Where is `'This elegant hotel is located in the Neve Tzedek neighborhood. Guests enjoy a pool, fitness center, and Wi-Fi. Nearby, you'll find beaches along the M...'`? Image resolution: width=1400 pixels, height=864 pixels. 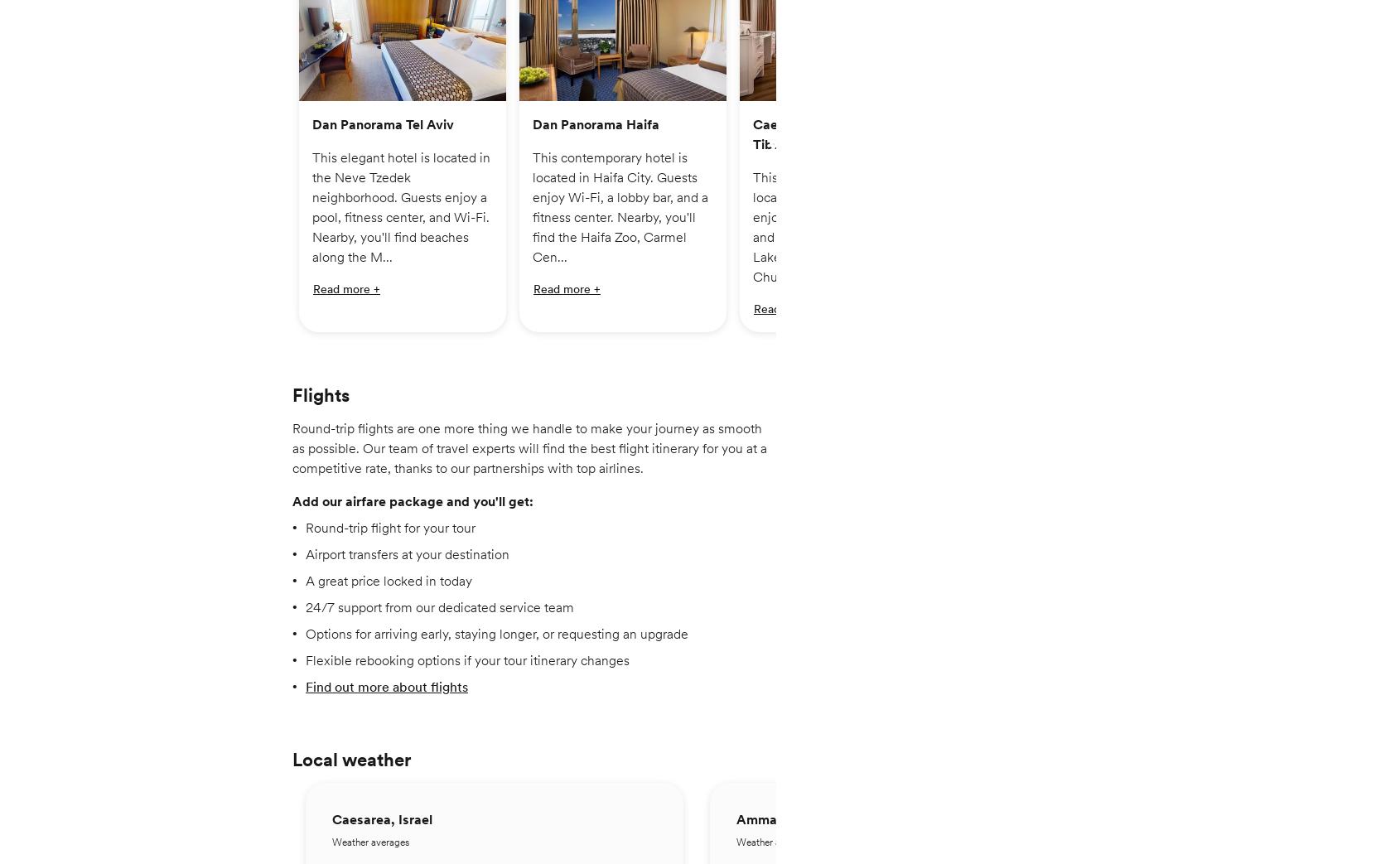
'This elegant hotel is located in the Neve Tzedek neighborhood. Guests enjoy a pool, fitness center, and Wi-Fi. Nearby, you'll find beaches along the M...' is located at coordinates (401, 217).